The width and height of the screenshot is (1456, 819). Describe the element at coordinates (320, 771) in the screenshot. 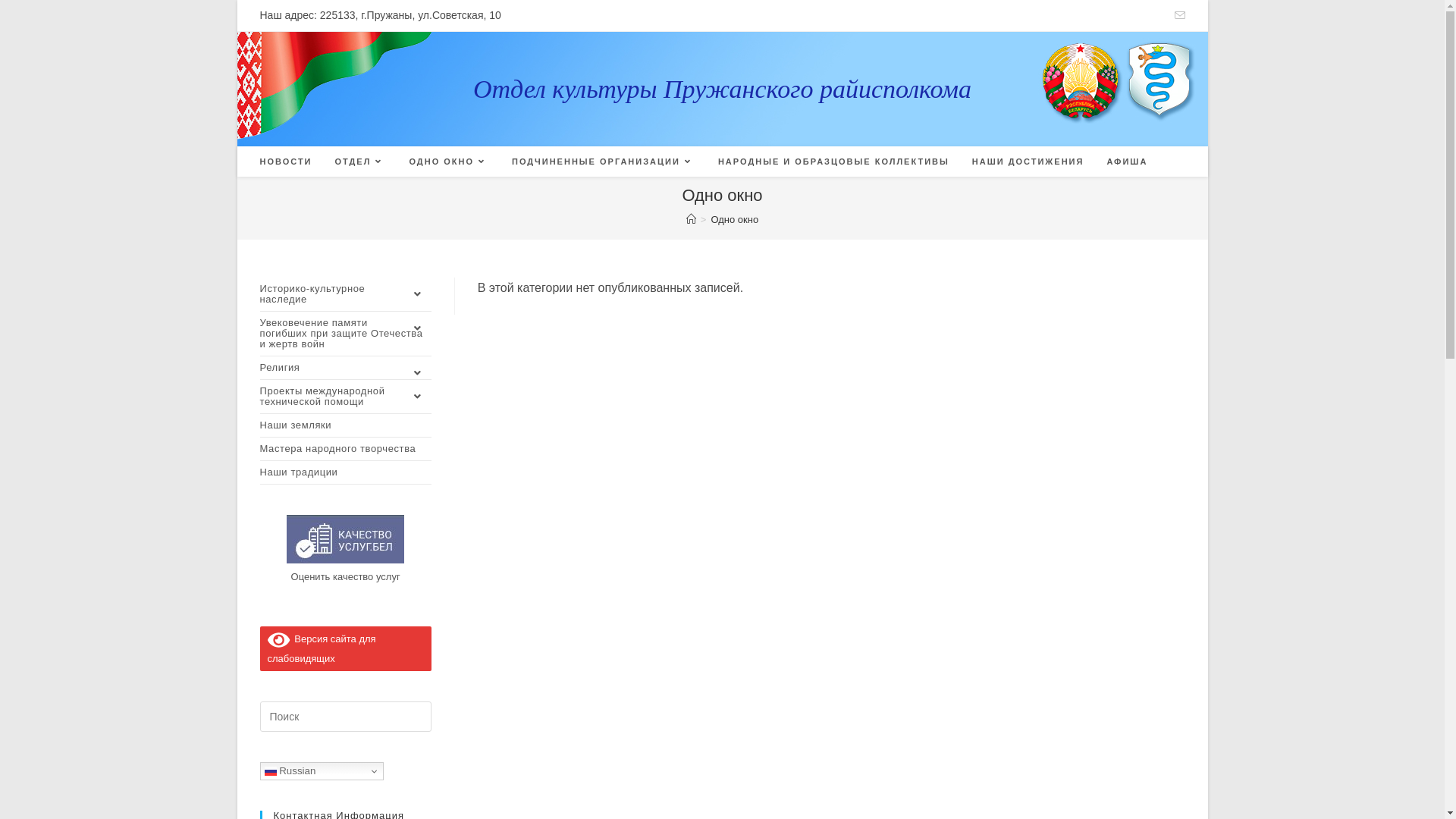

I see `'Russian'` at that location.